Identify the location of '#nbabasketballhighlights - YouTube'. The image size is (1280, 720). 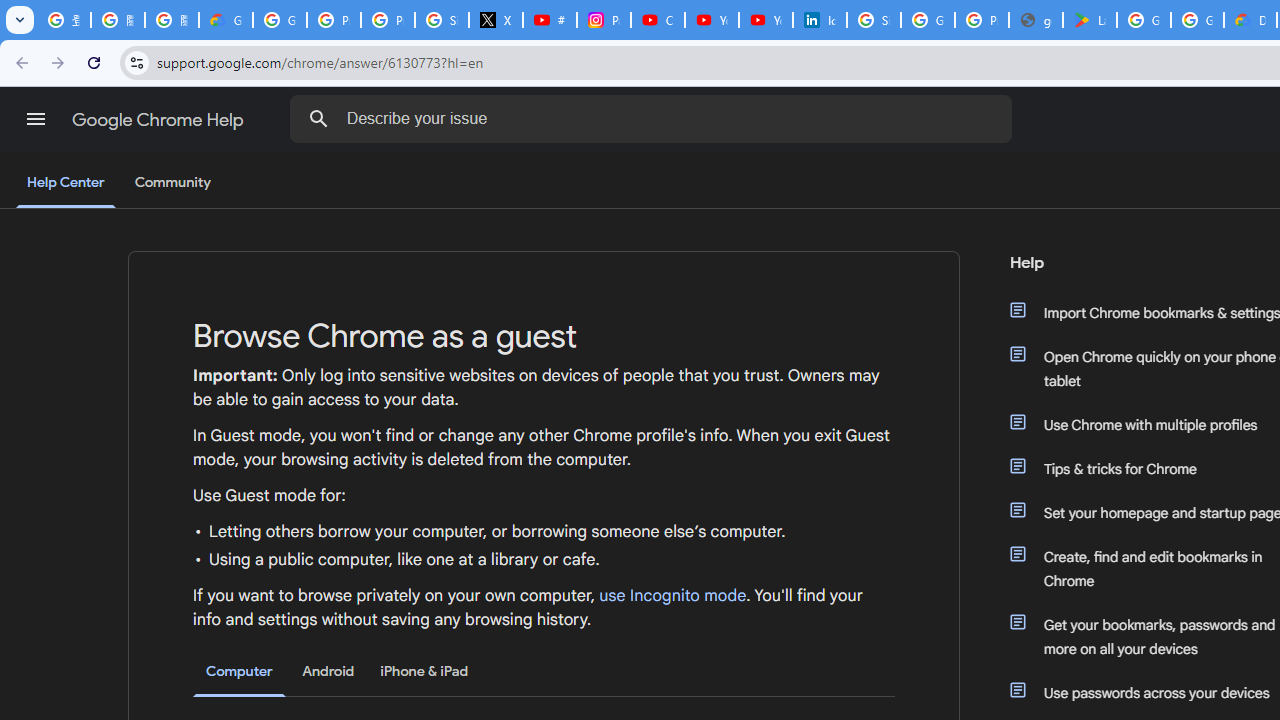
(550, 20).